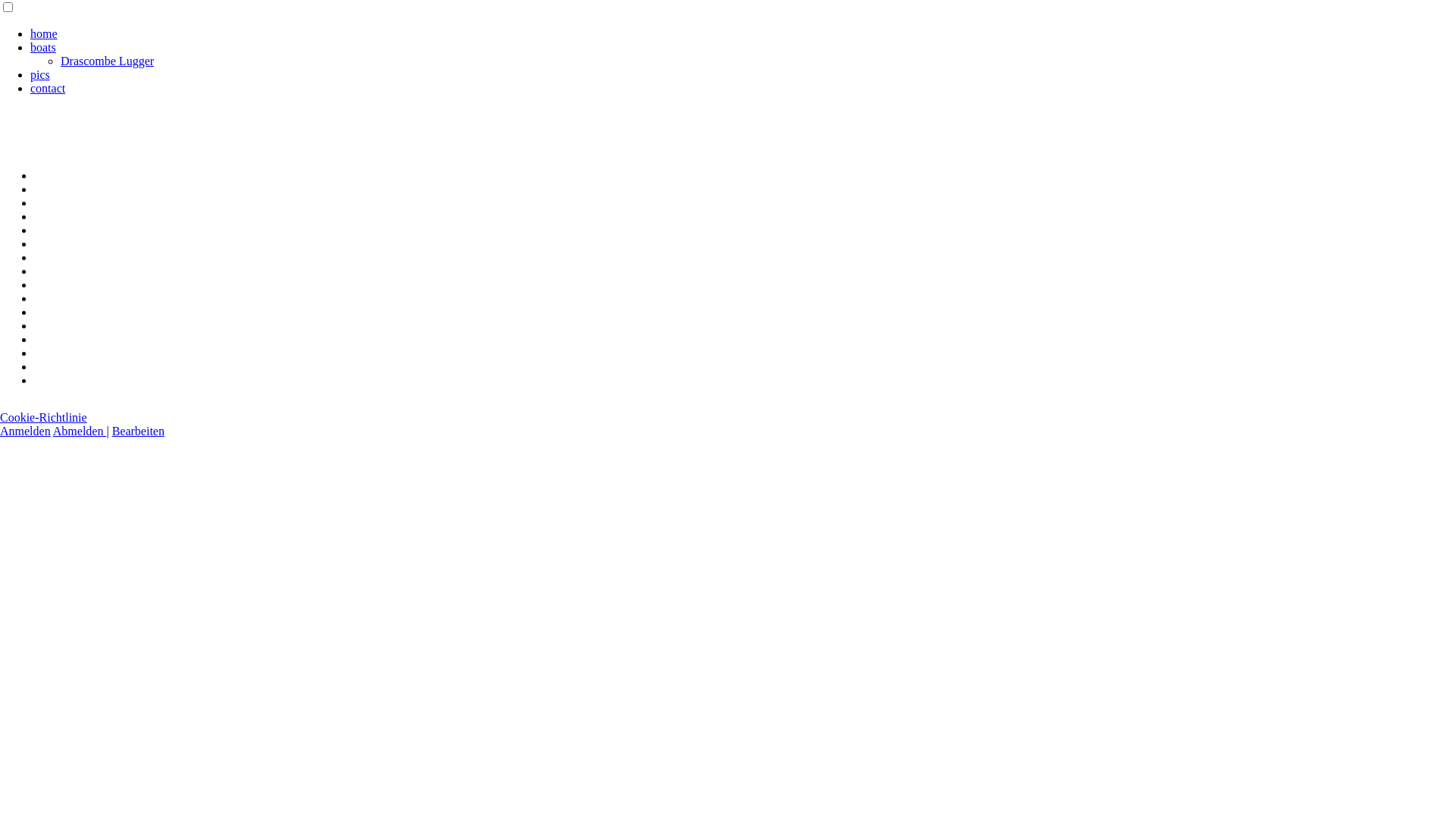 The height and width of the screenshot is (819, 1456). Describe the element at coordinates (79, 431) in the screenshot. I see `'Abmelden'` at that location.